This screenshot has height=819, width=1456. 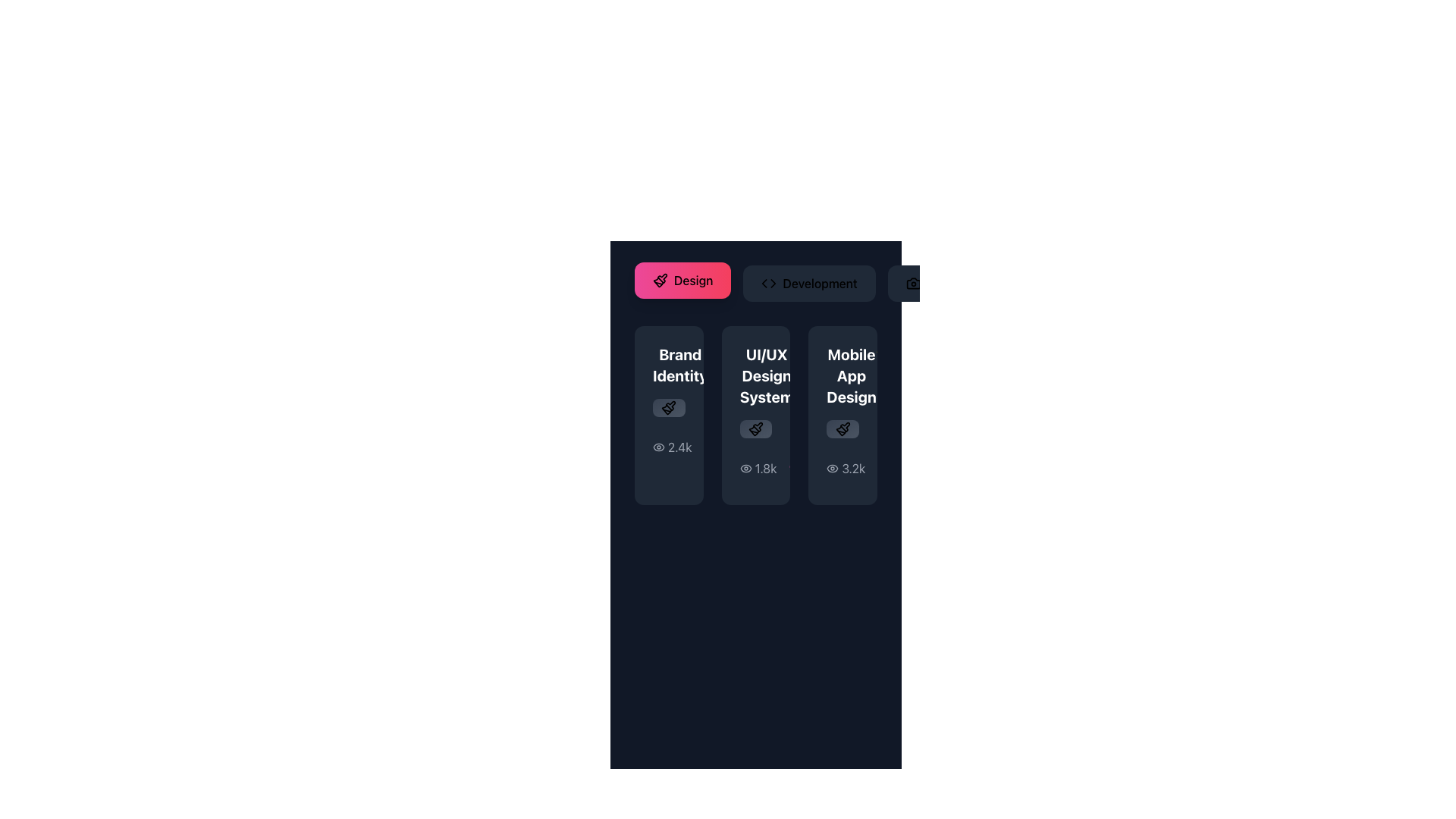 What do you see at coordinates (756, 375) in the screenshot?
I see `the text block titled 'UI/UX Design System' with a rating of '4.9' and a gold star icon, located in the second column under the 'Design' category` at bounding box center [756, 375].